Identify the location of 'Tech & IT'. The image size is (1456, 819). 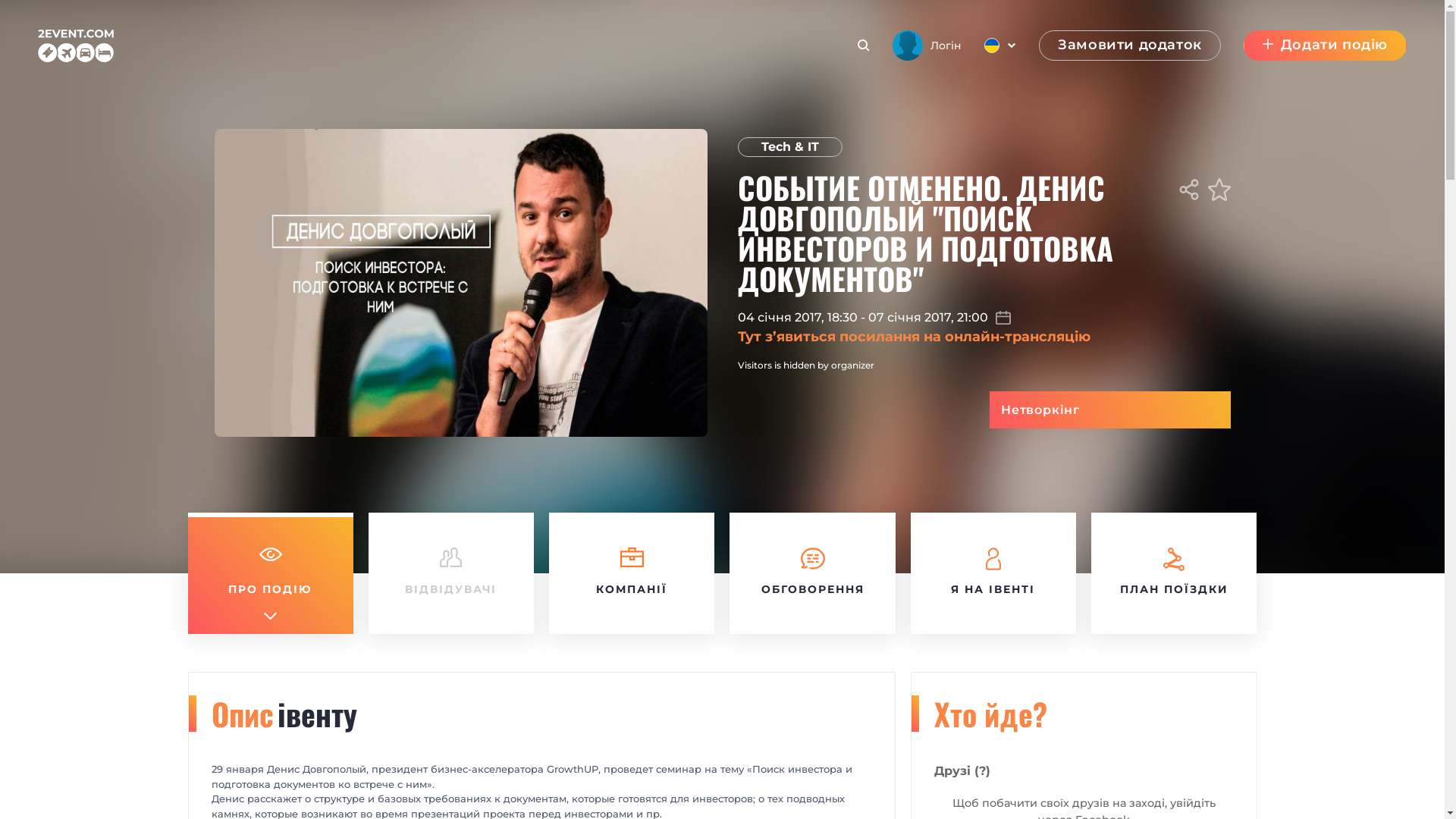
(736, 146).